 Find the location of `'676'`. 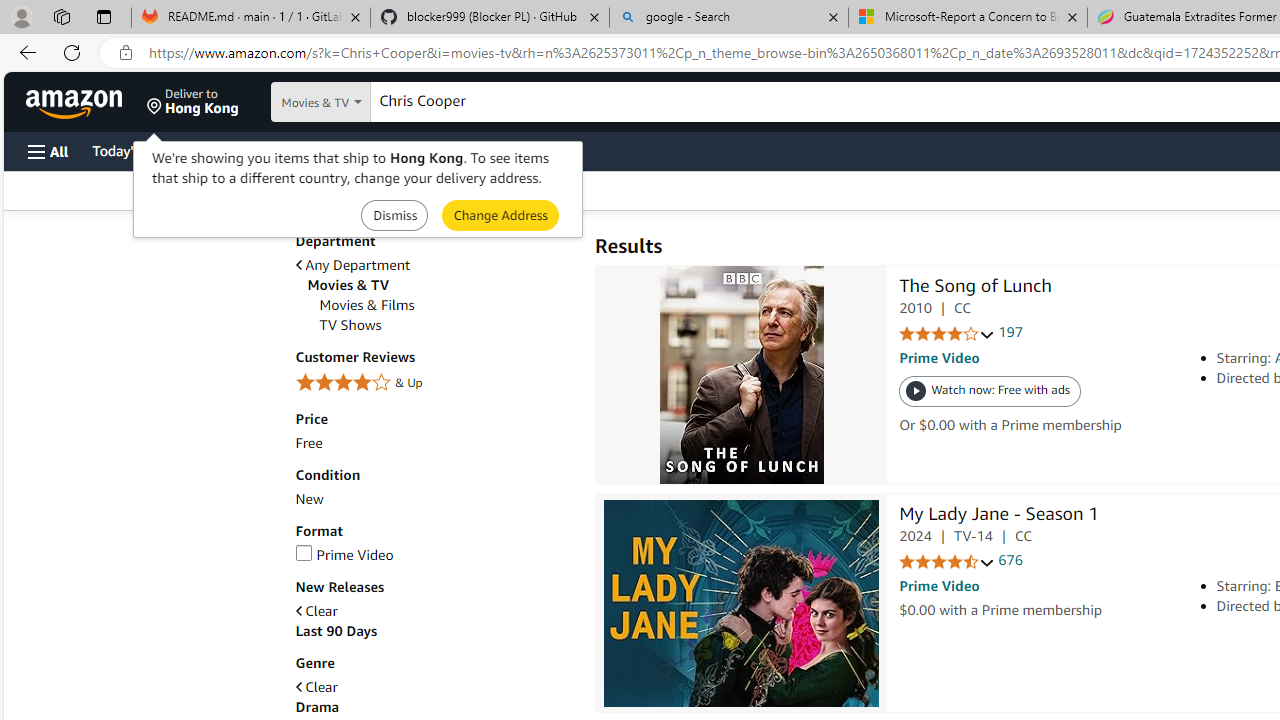

'676' is located at coordinates (1010, 560).